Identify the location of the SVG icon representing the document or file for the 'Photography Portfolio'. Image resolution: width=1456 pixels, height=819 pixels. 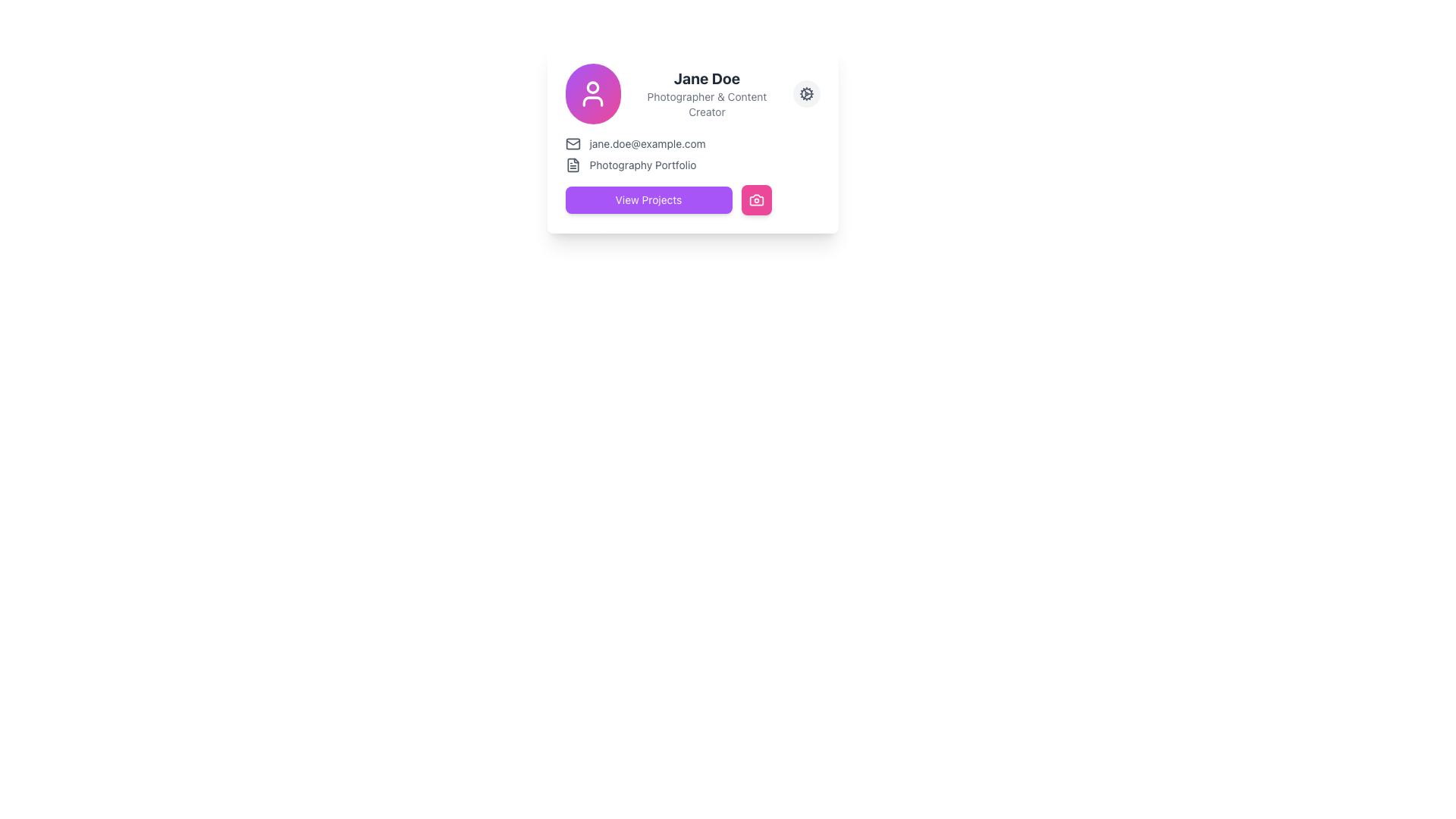
(572, 165).